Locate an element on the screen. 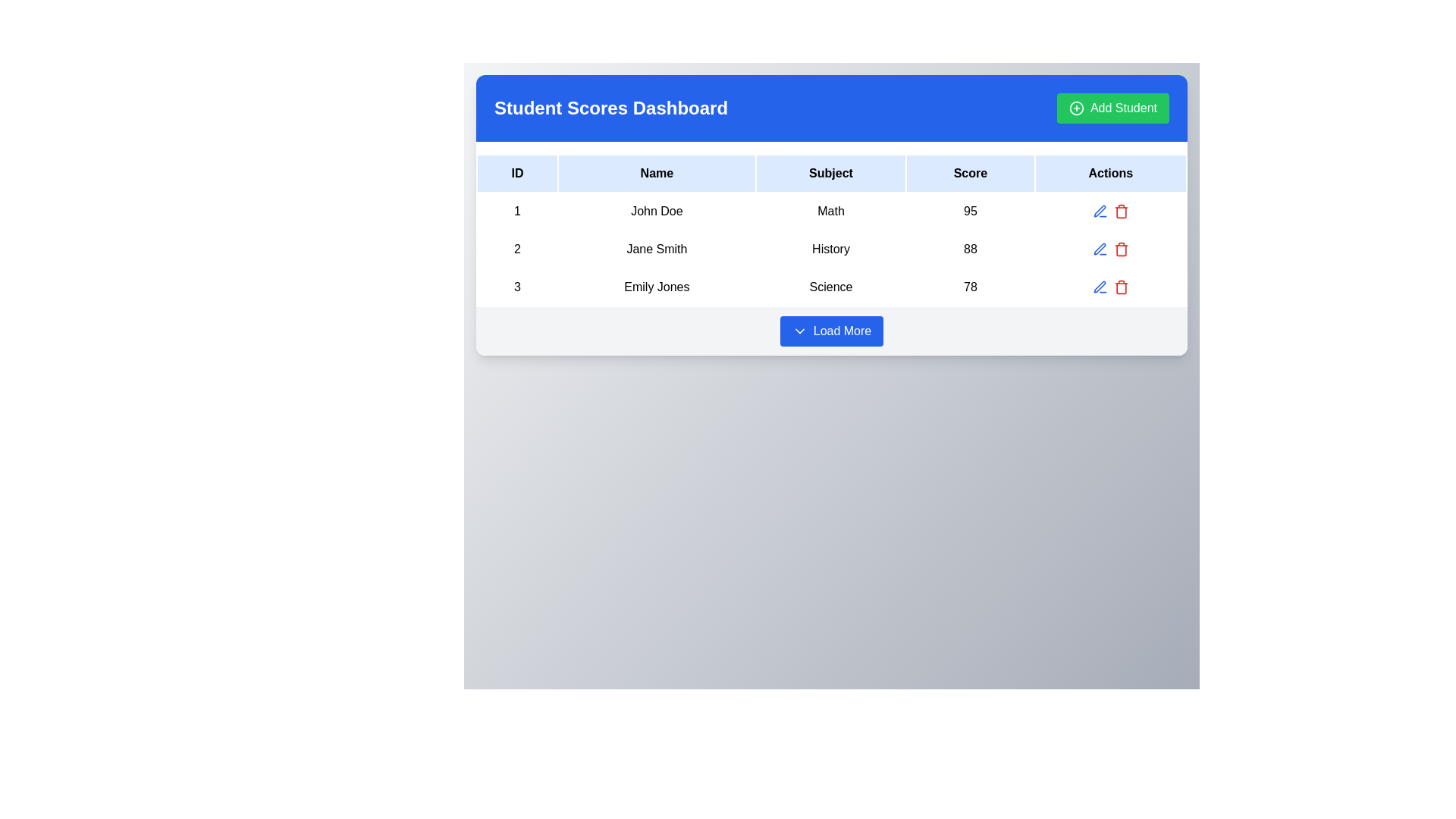 The image size is (1456, 819). the Text label in the 'Subject' column, which is the third cell in the first row of the table, located between 'John Doe' and '95' is located at coordinates (830, 211).